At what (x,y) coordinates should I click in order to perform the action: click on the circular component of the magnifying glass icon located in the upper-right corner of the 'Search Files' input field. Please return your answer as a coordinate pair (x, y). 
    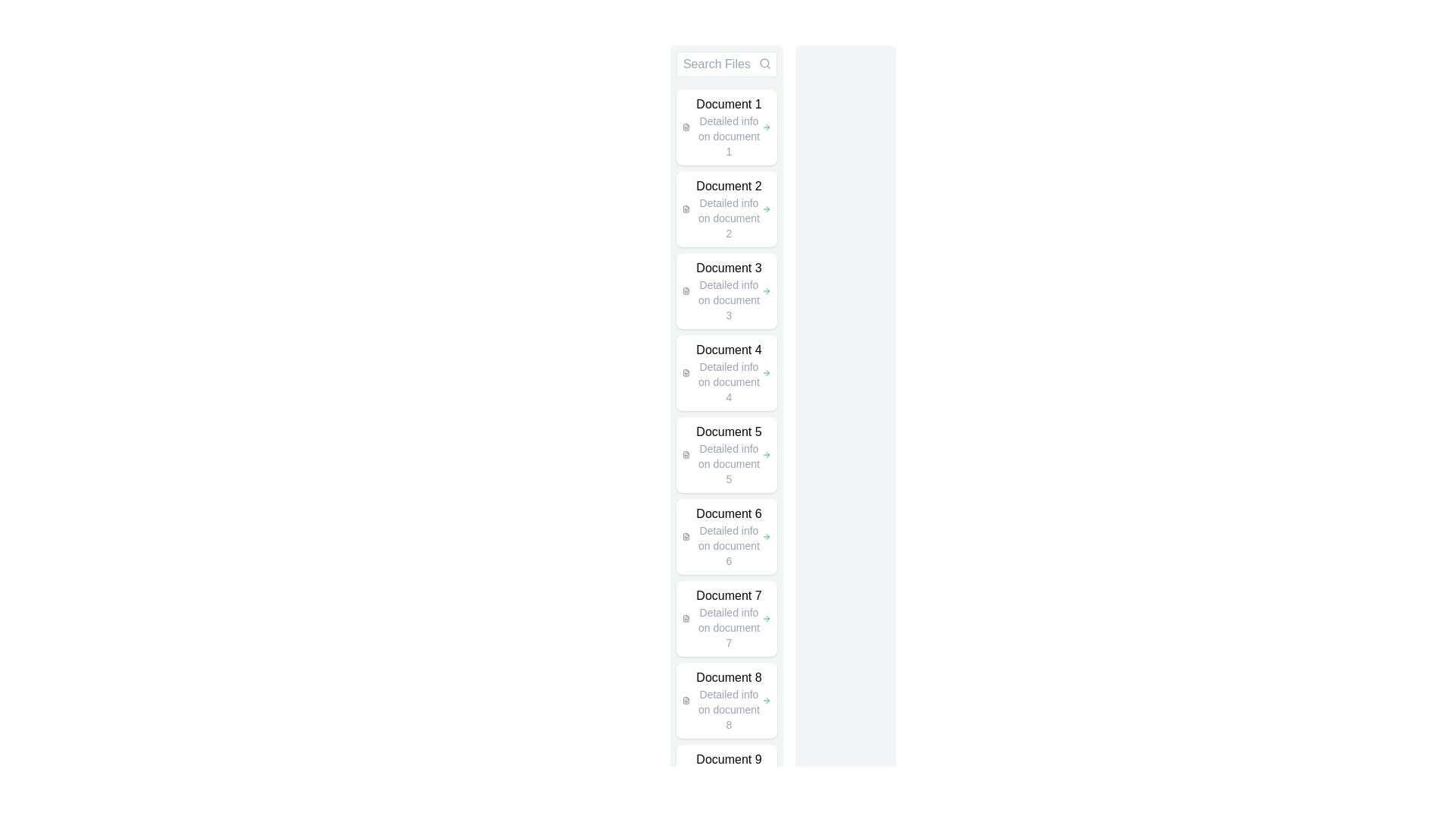
    Looking at the image, I should click on (764, 62).